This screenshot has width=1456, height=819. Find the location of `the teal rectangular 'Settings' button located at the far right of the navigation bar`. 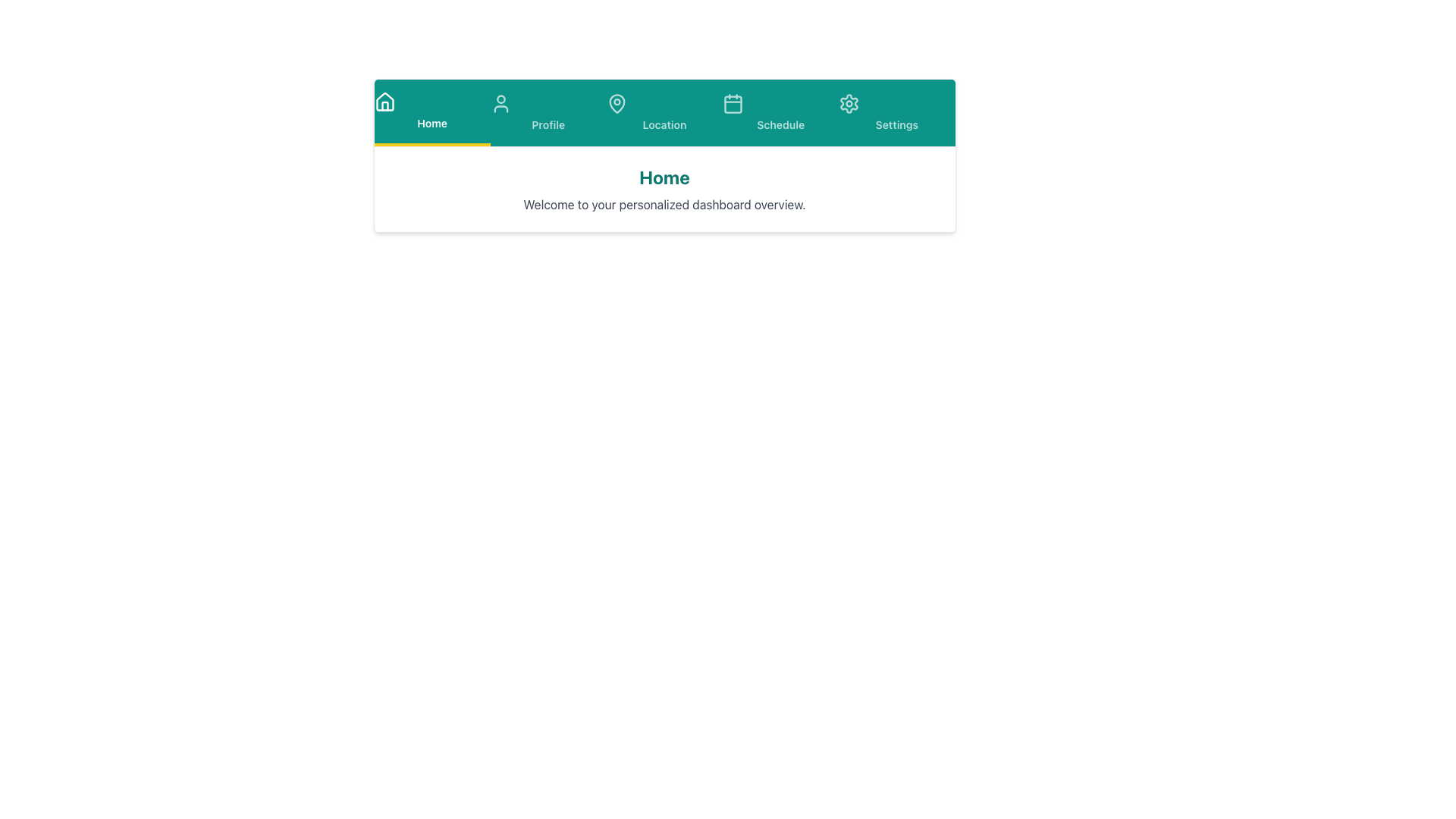

the teal rectangular 'Settings' button located at the far right of the navigation bar is located at coordinates (896, 112).